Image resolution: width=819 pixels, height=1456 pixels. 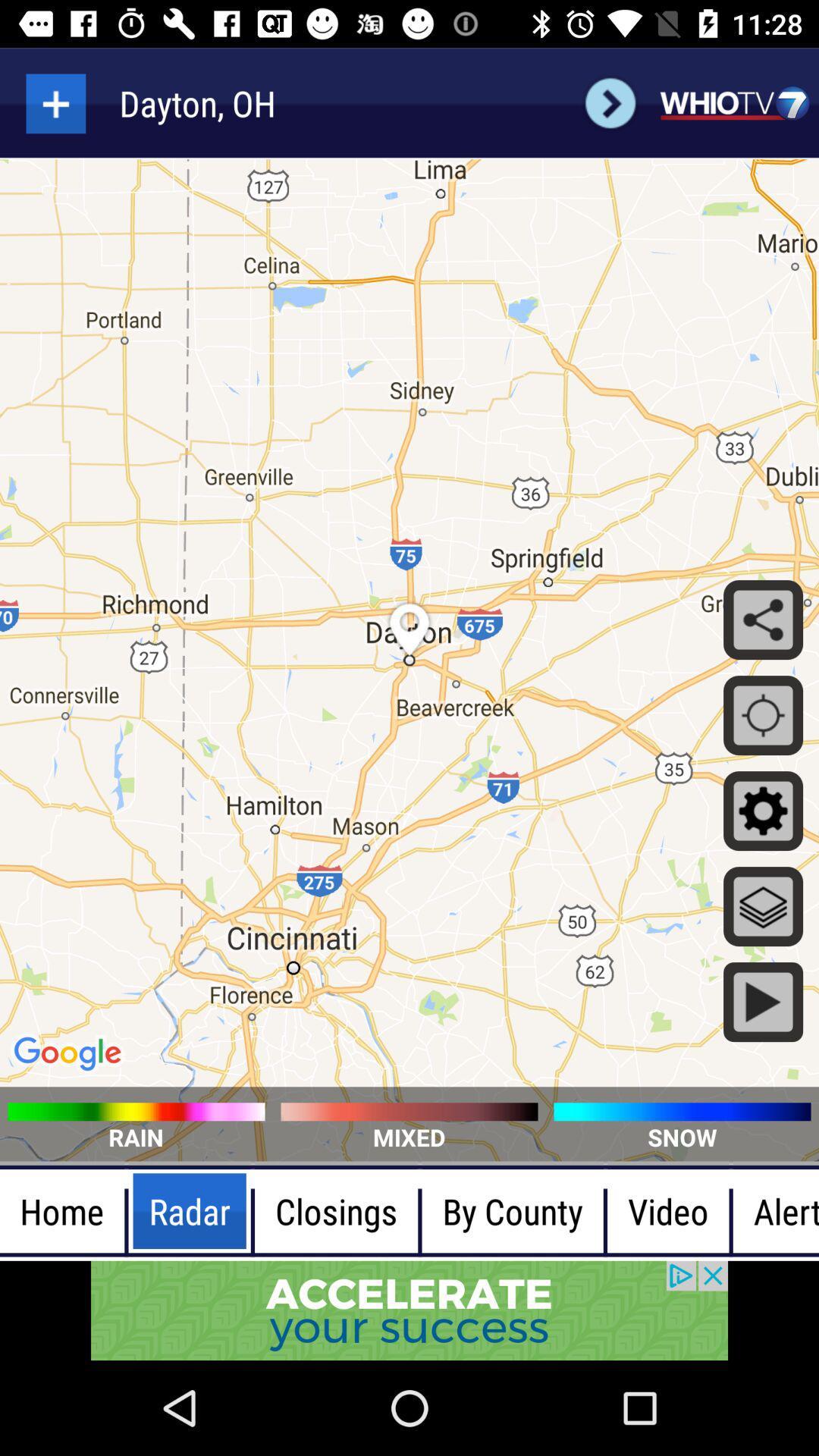 I want to click on advisement, so click(x=409, y=1310).